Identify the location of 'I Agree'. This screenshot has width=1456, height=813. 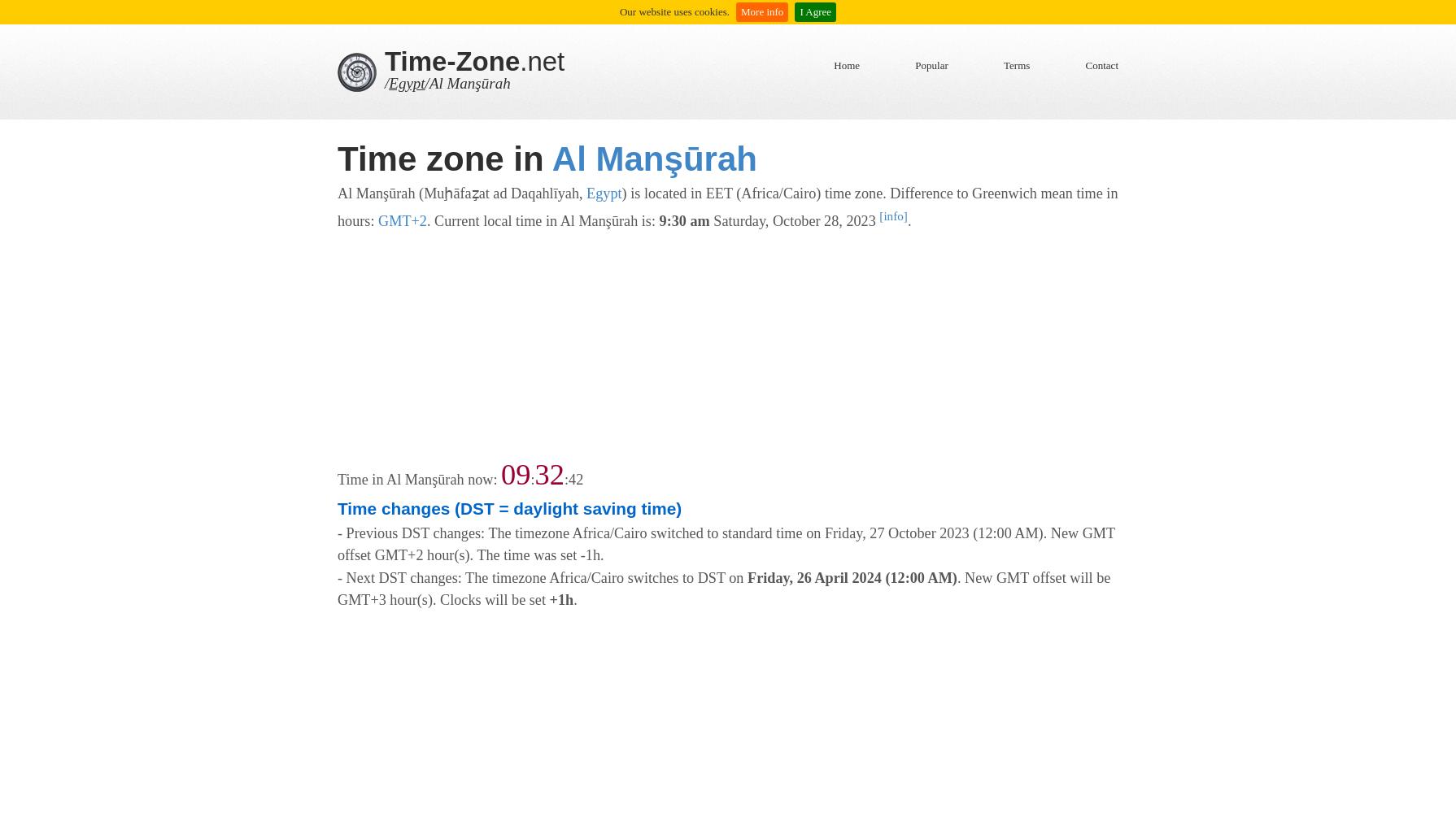
(815, 11).